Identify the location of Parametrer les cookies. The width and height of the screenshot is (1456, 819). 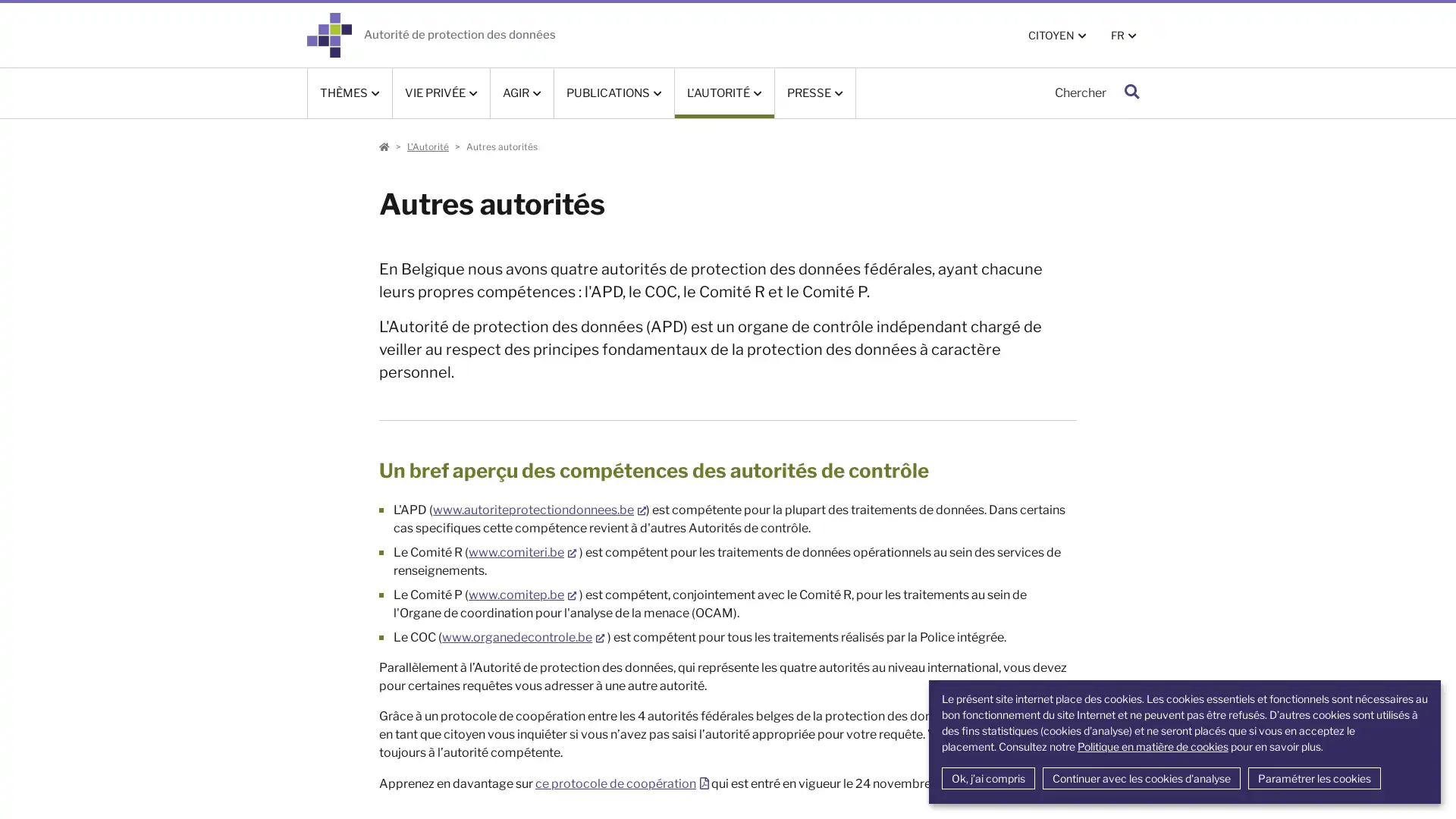
(1313, 778).